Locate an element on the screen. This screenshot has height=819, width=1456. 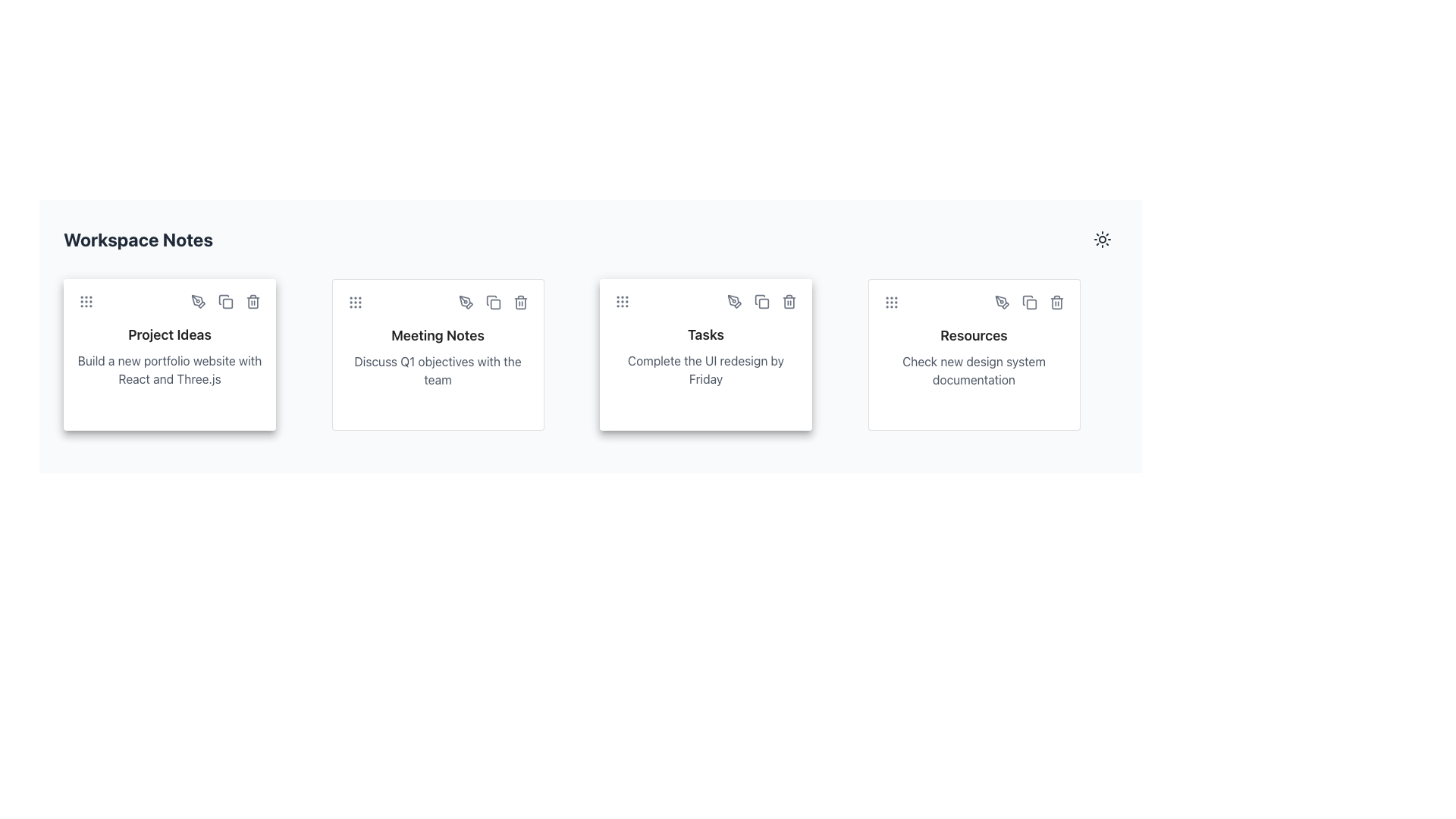
the copy icon button located in the top-right corner of the 'Resources' card to duplicate the associated content is located at coordinates (1029, 302).